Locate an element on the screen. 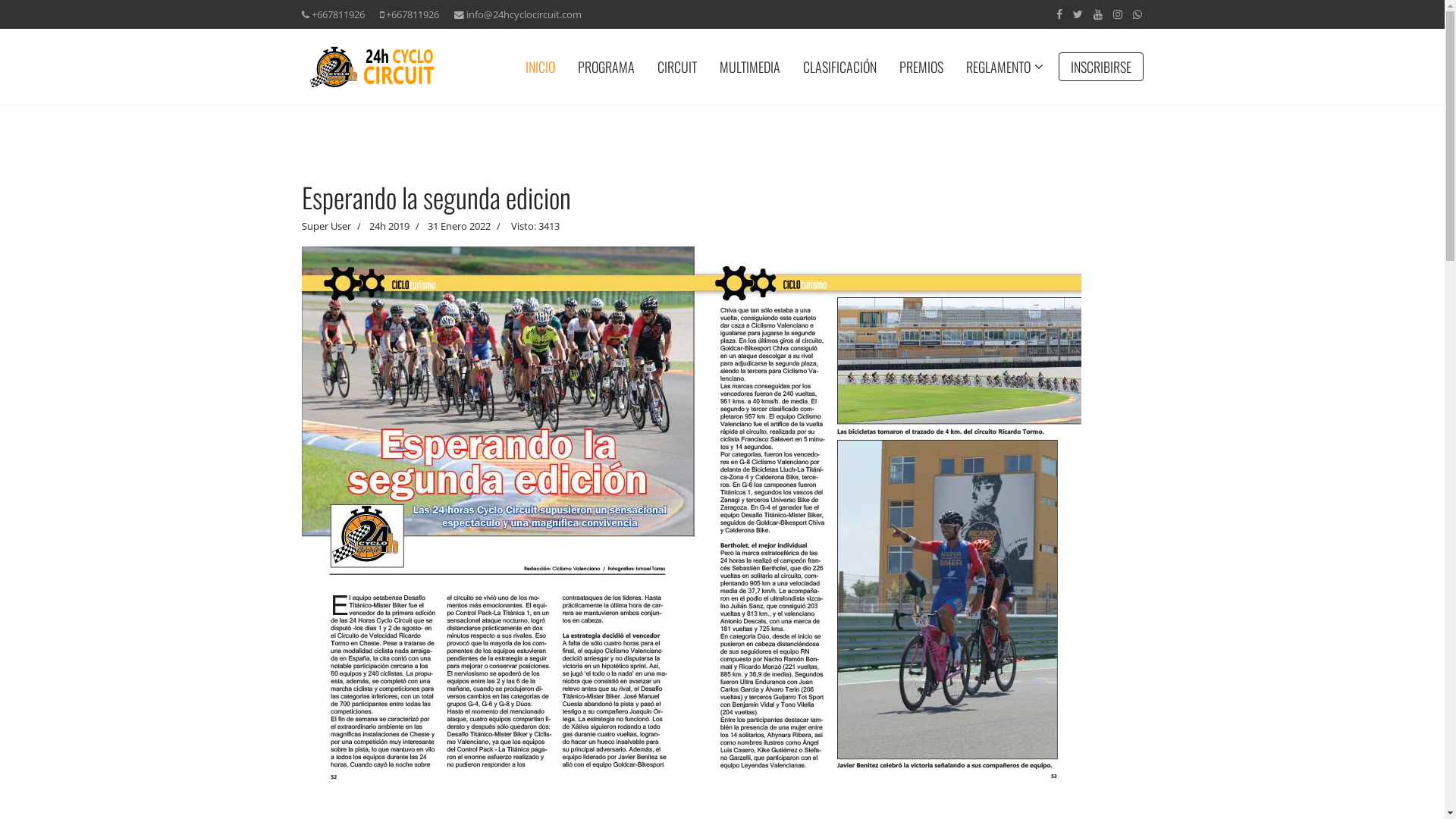  'info@24hcyclocircuit.com' is located at coordinates (523, 14).